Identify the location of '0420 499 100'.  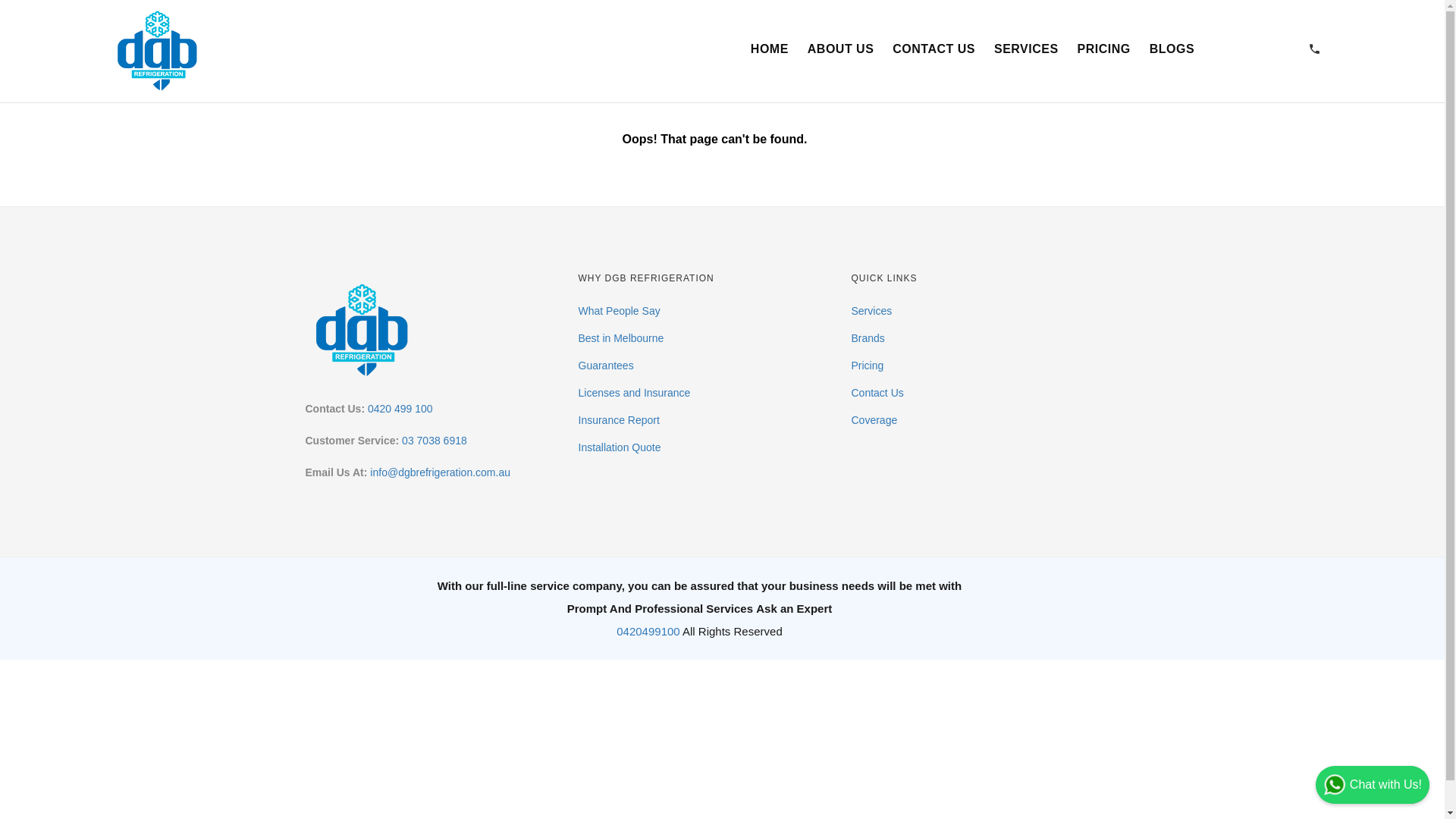
(400, 408).